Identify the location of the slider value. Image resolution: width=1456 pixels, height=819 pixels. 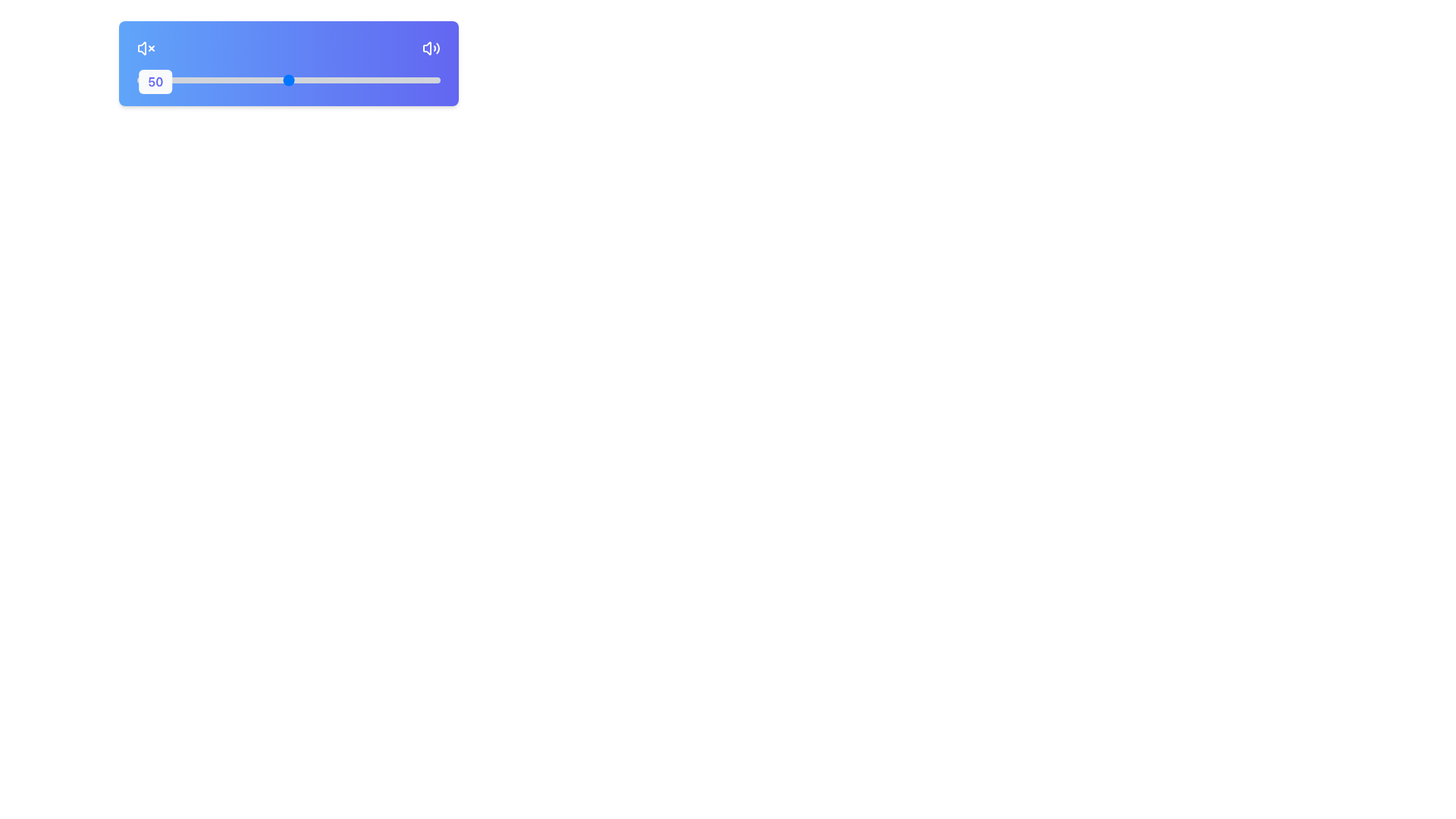
(301, 80).